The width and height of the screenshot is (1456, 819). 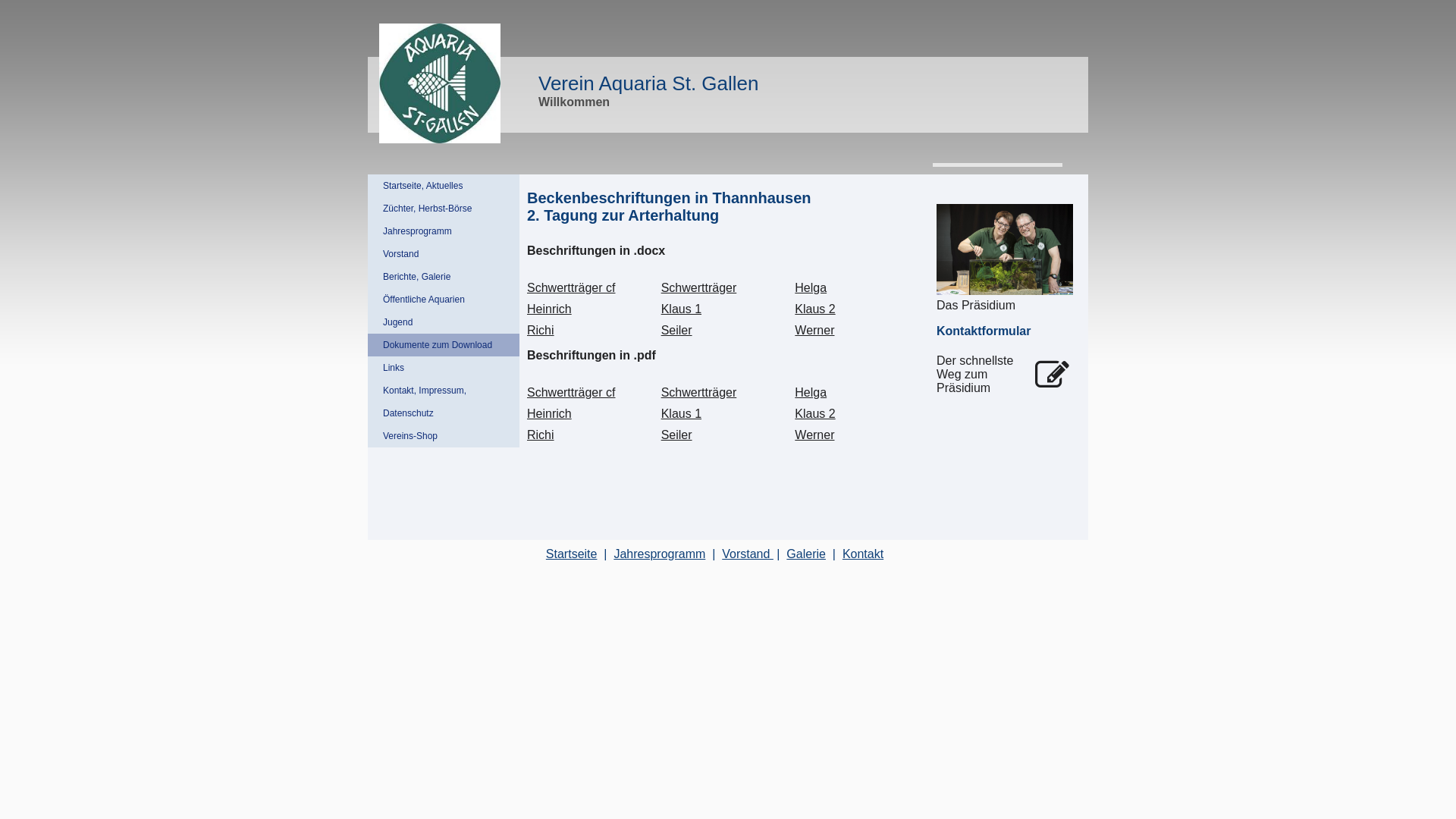 What do you see at coordinates (814, 413) in the screenshot?
I see `'Klaus 2'` at bounding box center [814, 413].